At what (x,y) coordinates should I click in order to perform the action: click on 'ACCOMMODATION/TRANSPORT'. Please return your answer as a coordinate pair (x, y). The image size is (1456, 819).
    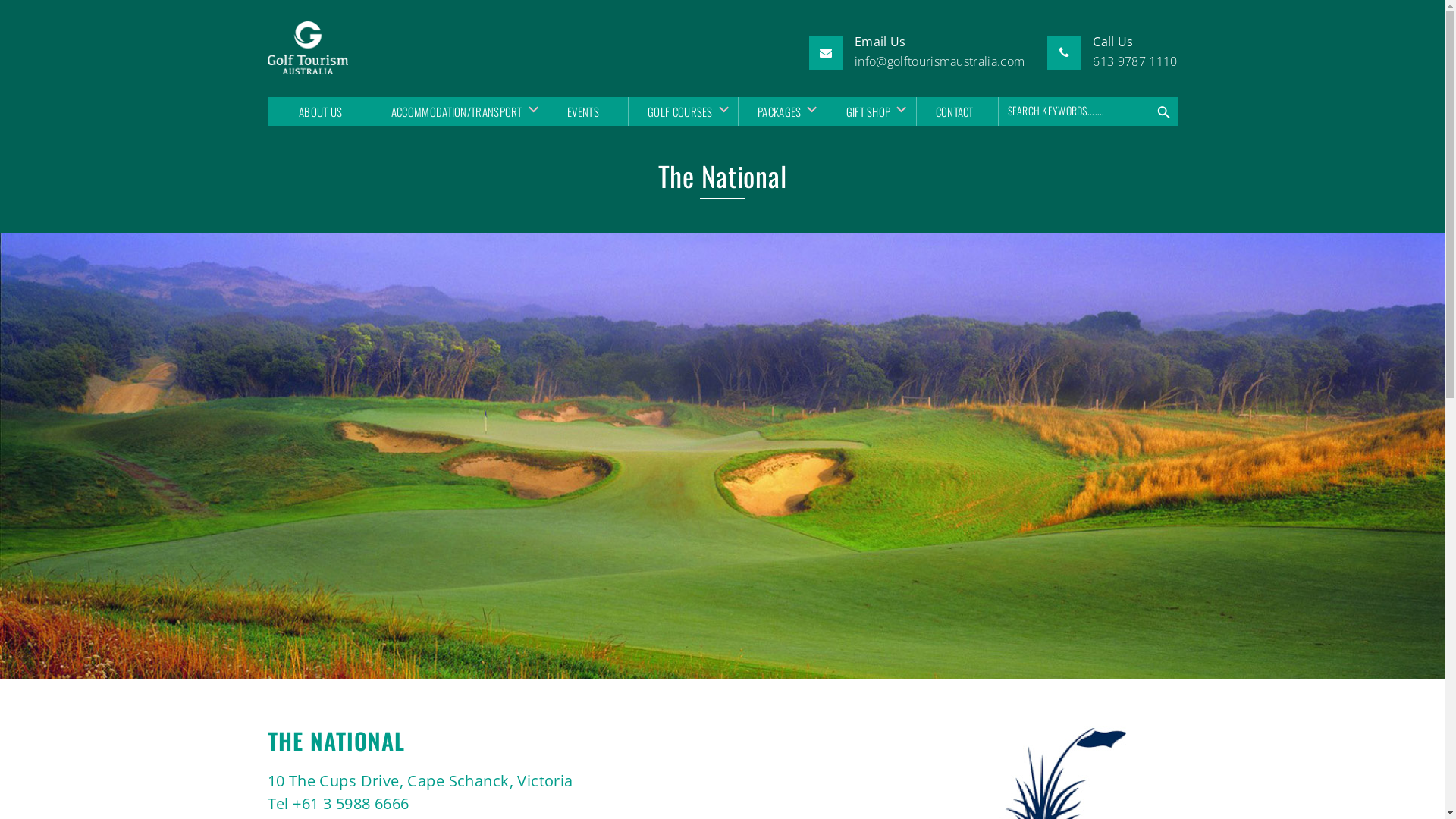
    Looking at the image, I should click on (453, 110).